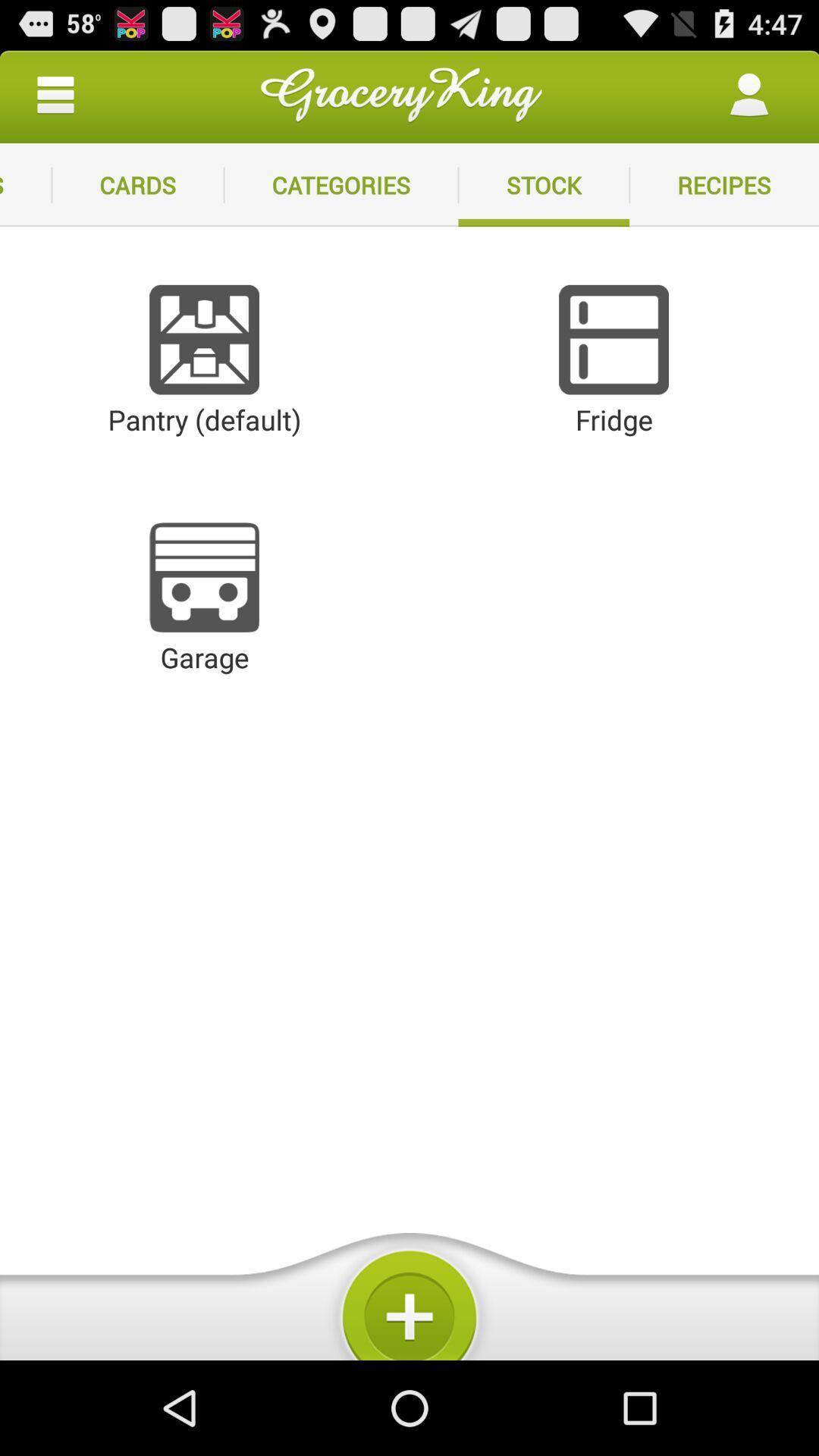  I want to click on item to the right of stock icon, so click(723, 184).